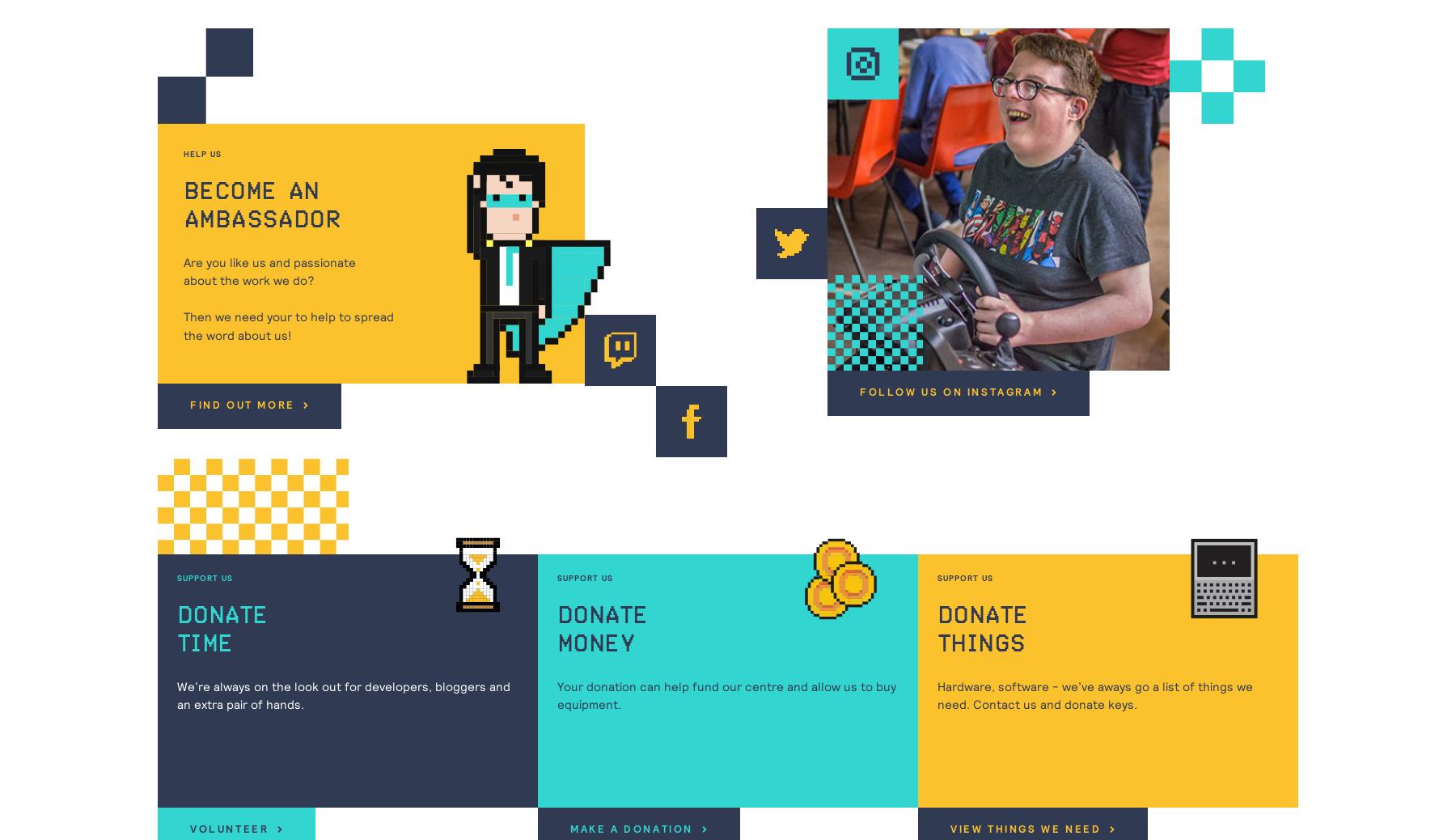 The height and width of the screenshot is (840, 1456). Describe the element at coordinates (236, 335) in the screenshot. I see `'the word about us!'` at that location.